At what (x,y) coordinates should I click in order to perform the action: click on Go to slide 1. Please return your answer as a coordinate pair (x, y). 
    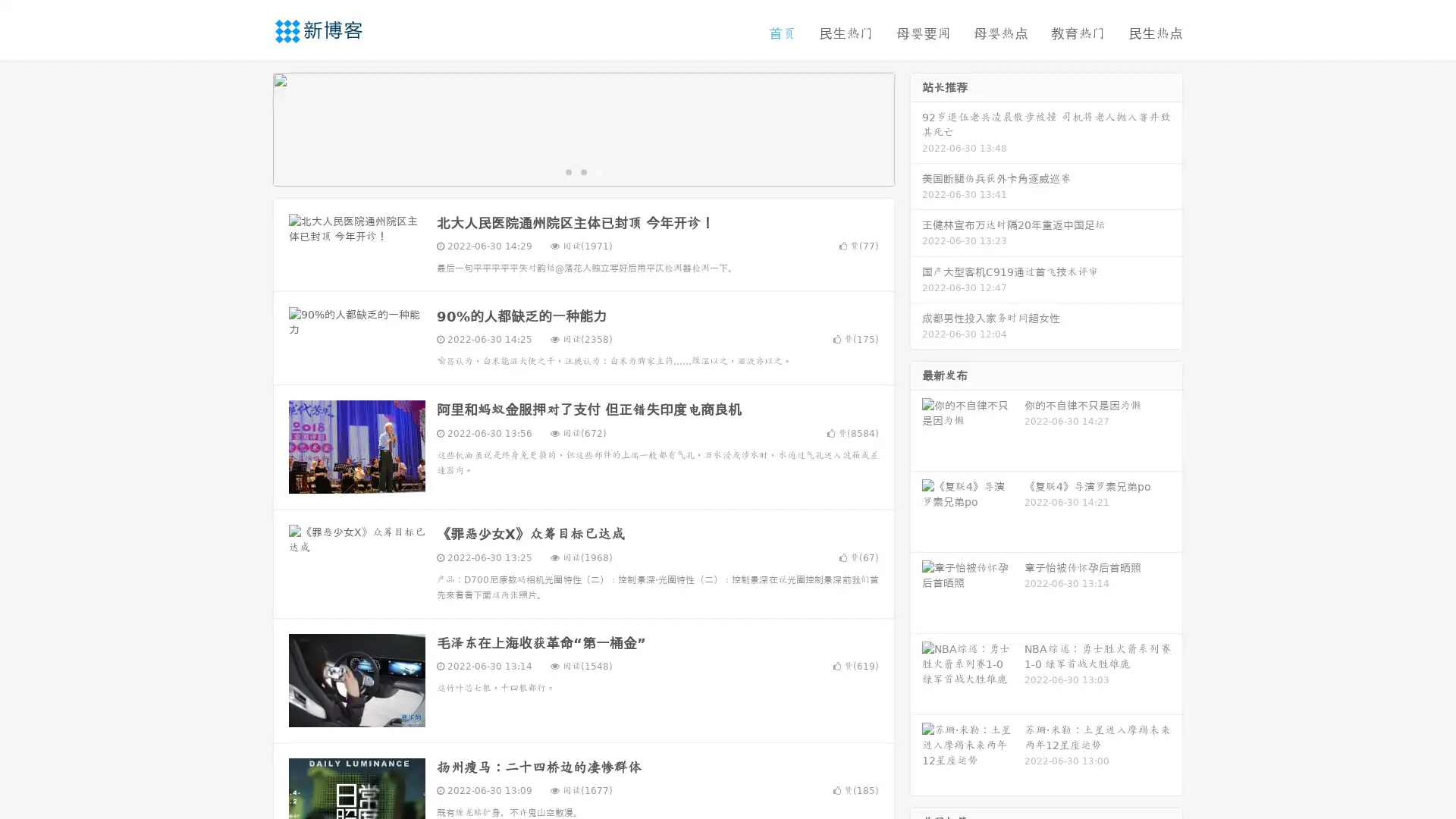
    Looking at the image, I should click on (567, 171).